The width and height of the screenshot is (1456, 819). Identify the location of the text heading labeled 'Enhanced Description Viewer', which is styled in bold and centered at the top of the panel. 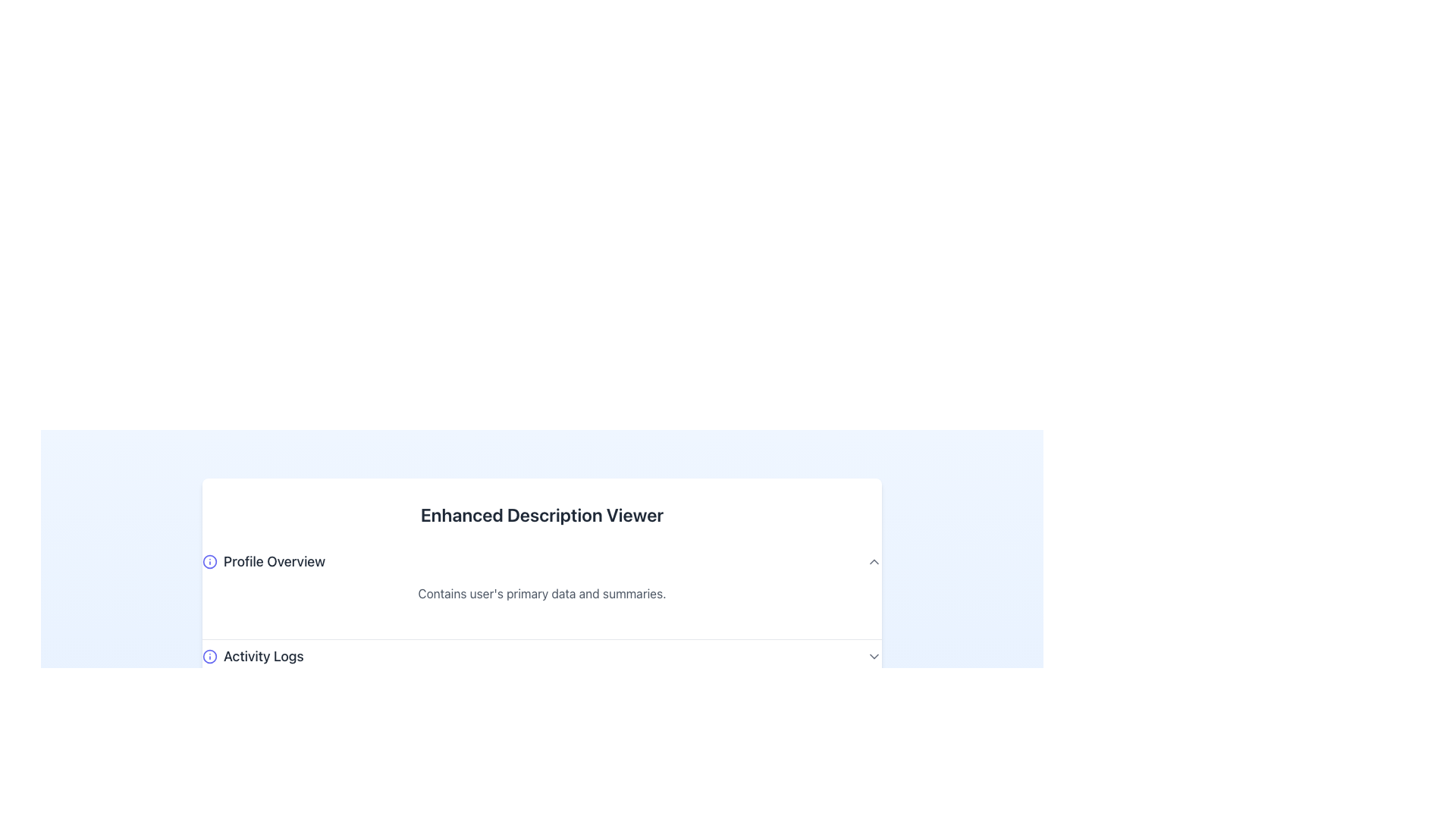
(542, 513).